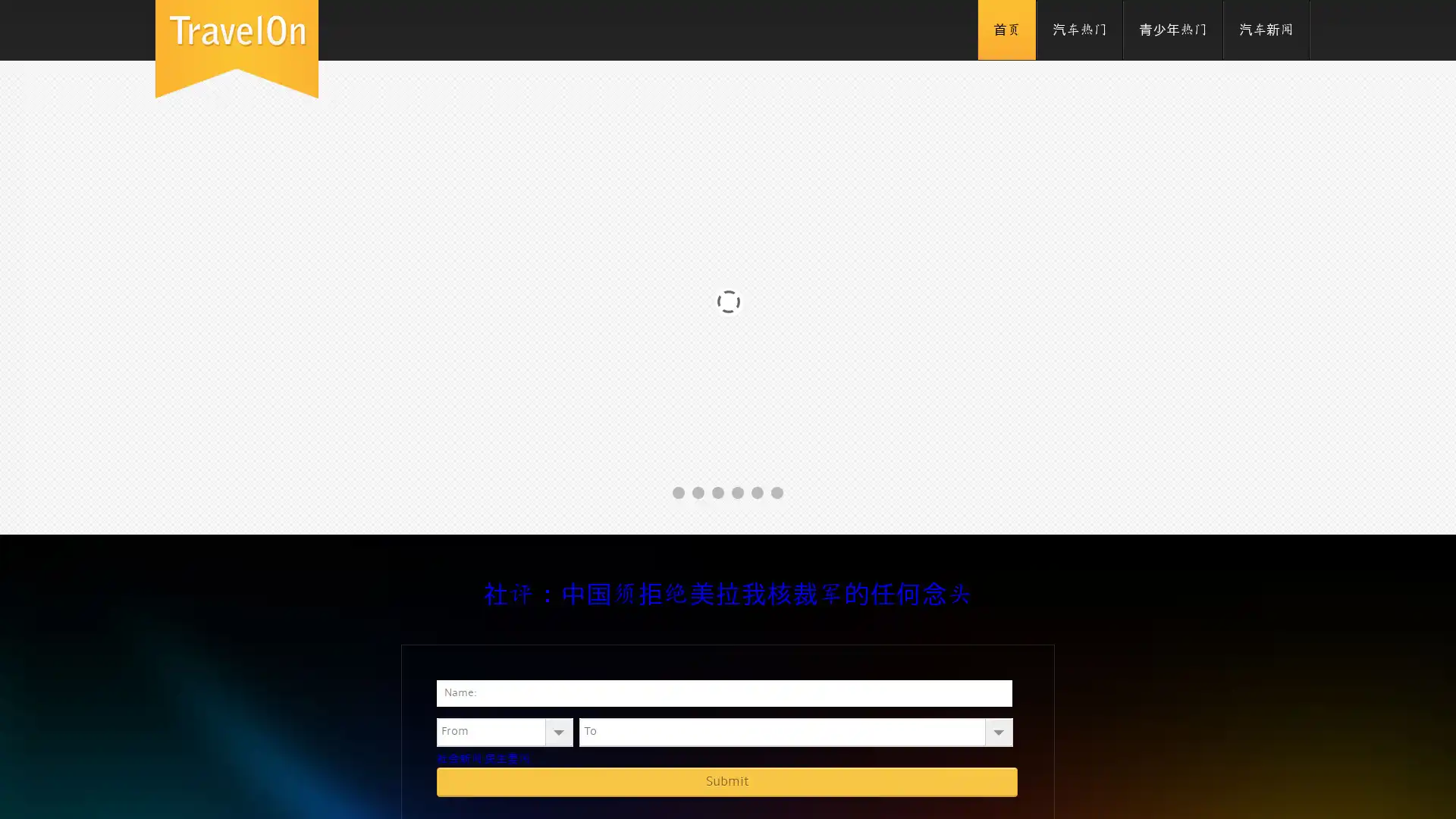 This screenshot has height=819, width=1456. Describe the element at coordinates (726, 781) in the screenshot. I see `submit` at that location.